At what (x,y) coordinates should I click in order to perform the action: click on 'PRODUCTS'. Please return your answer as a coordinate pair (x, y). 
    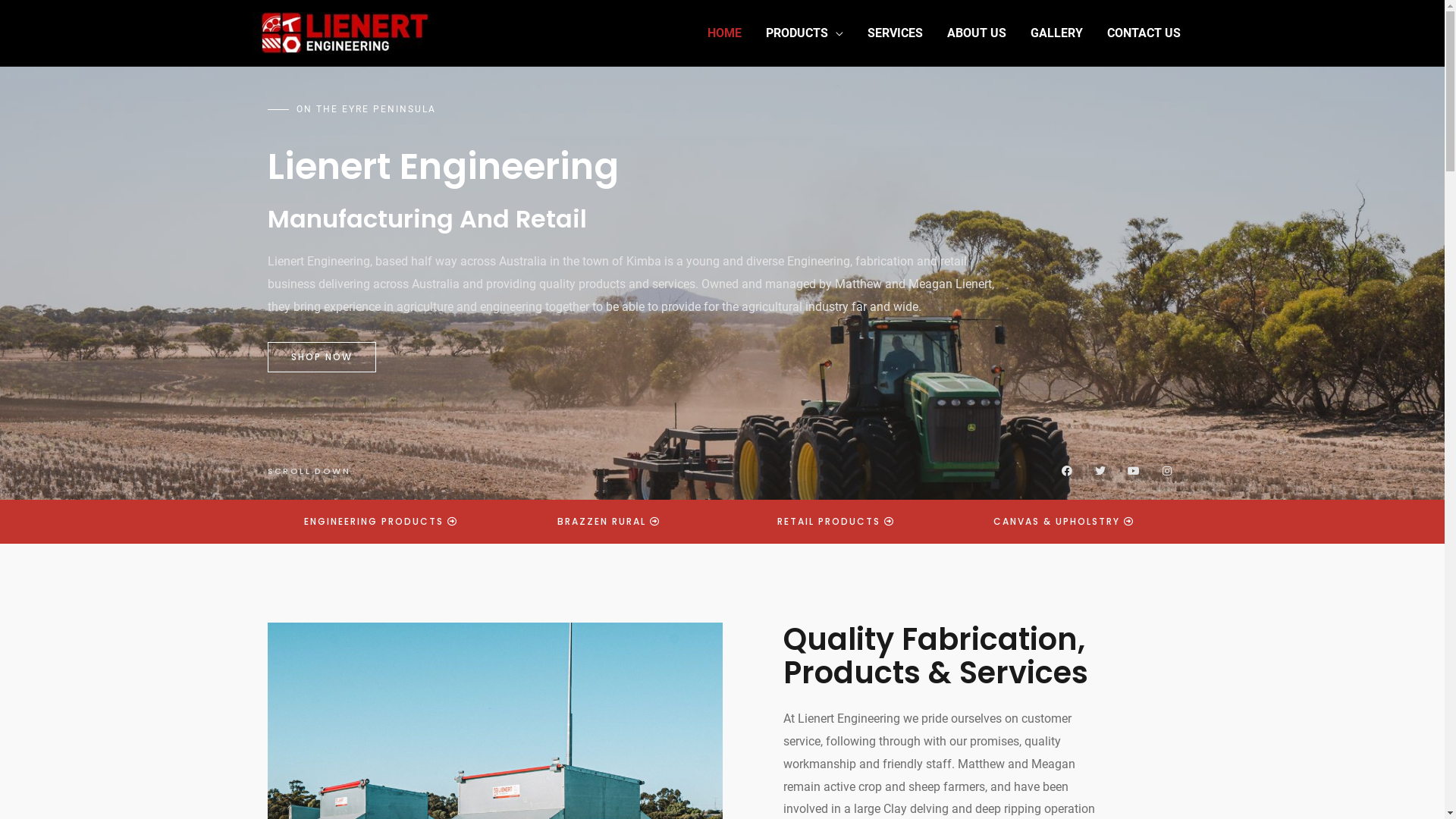
    Looking at the image, I should click on (803, 33).